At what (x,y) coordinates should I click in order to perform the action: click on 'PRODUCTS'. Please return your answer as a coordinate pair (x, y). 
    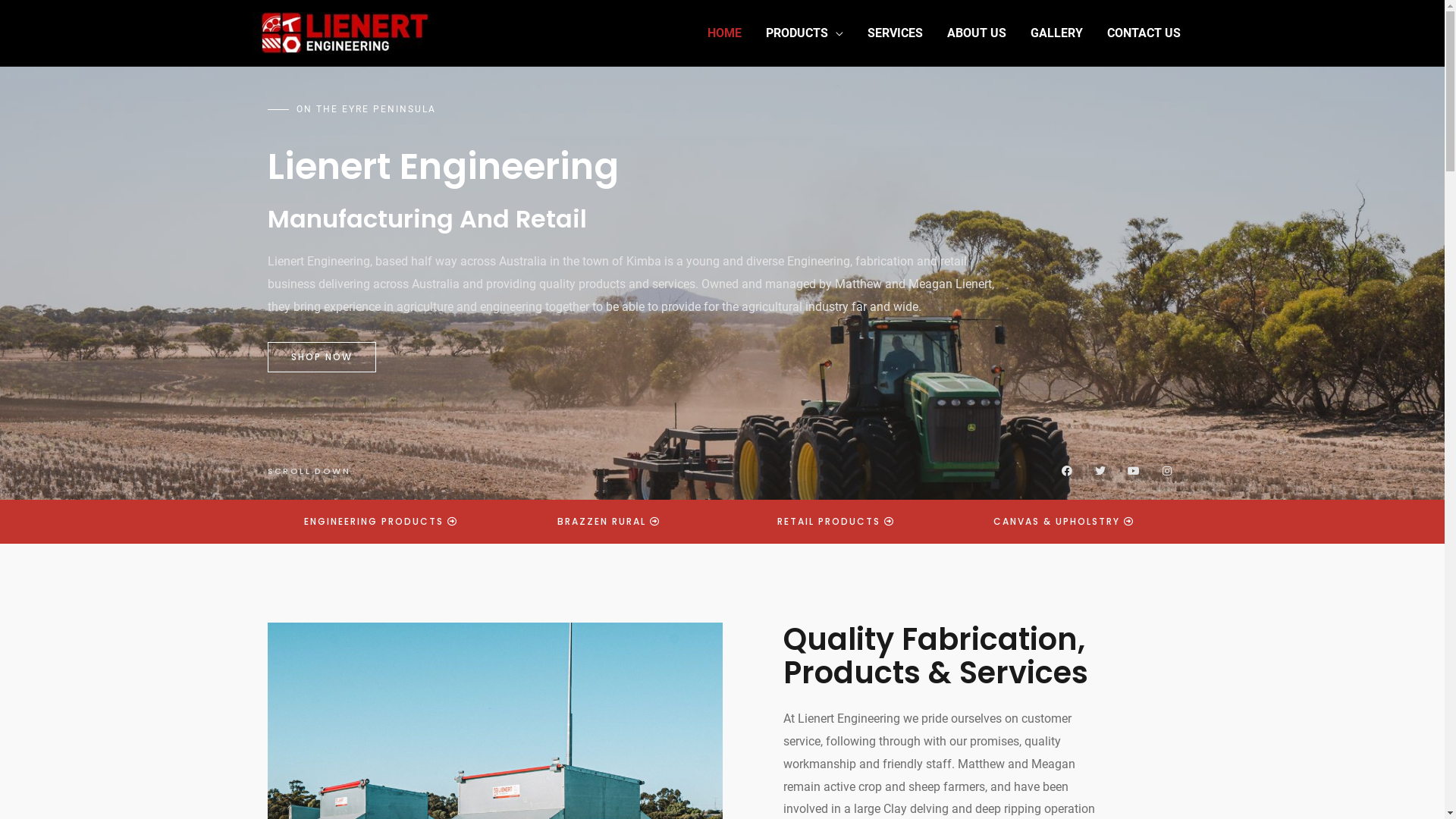
    Looking at the image, I should click on (803, 33).